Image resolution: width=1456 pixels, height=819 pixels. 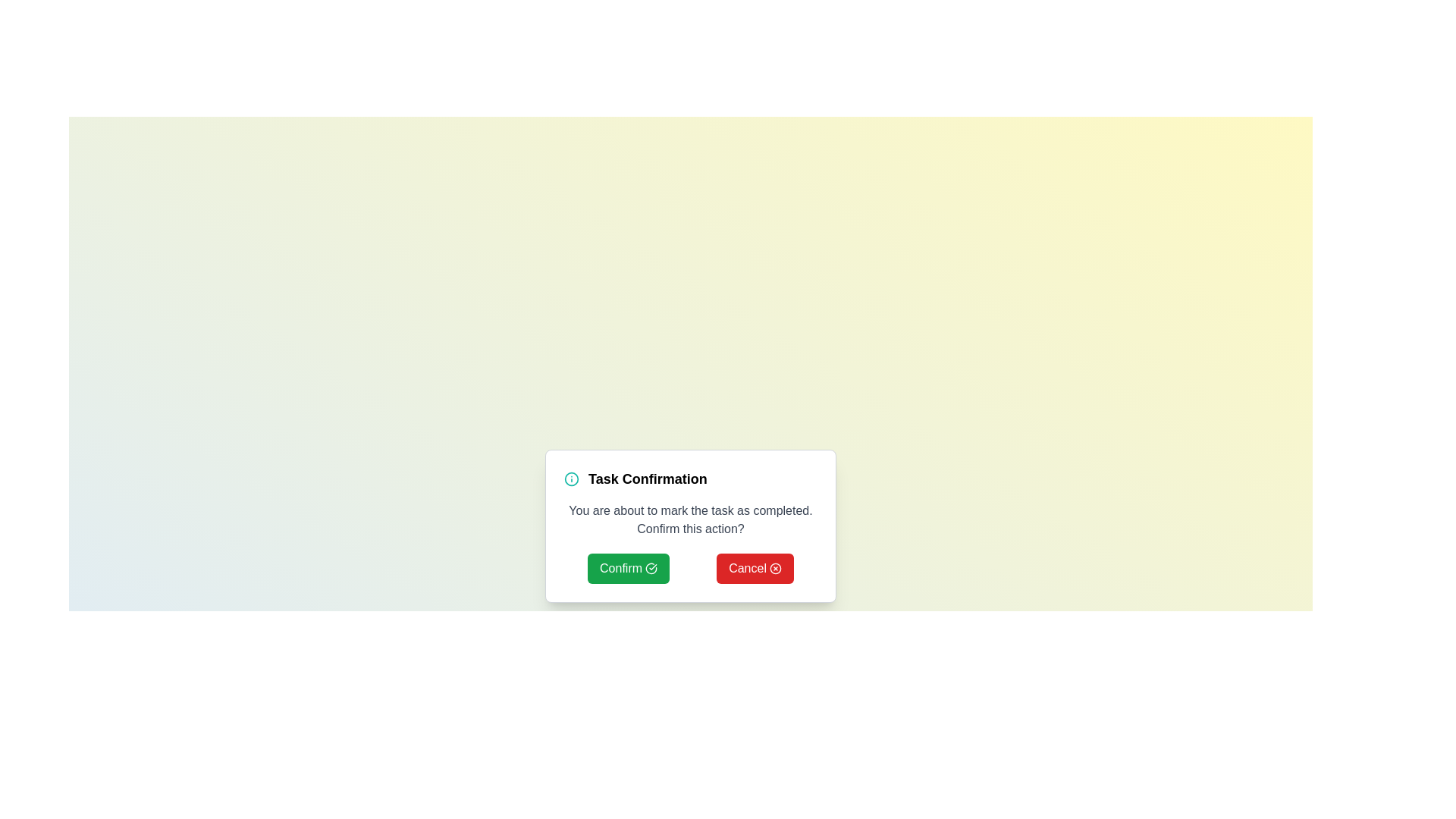 I want to click on the confirm button located at the bottom-left corner of the dialog box, next to the red 'Cancel' button, to confirm the proposed action, so click(x=629, y=568).